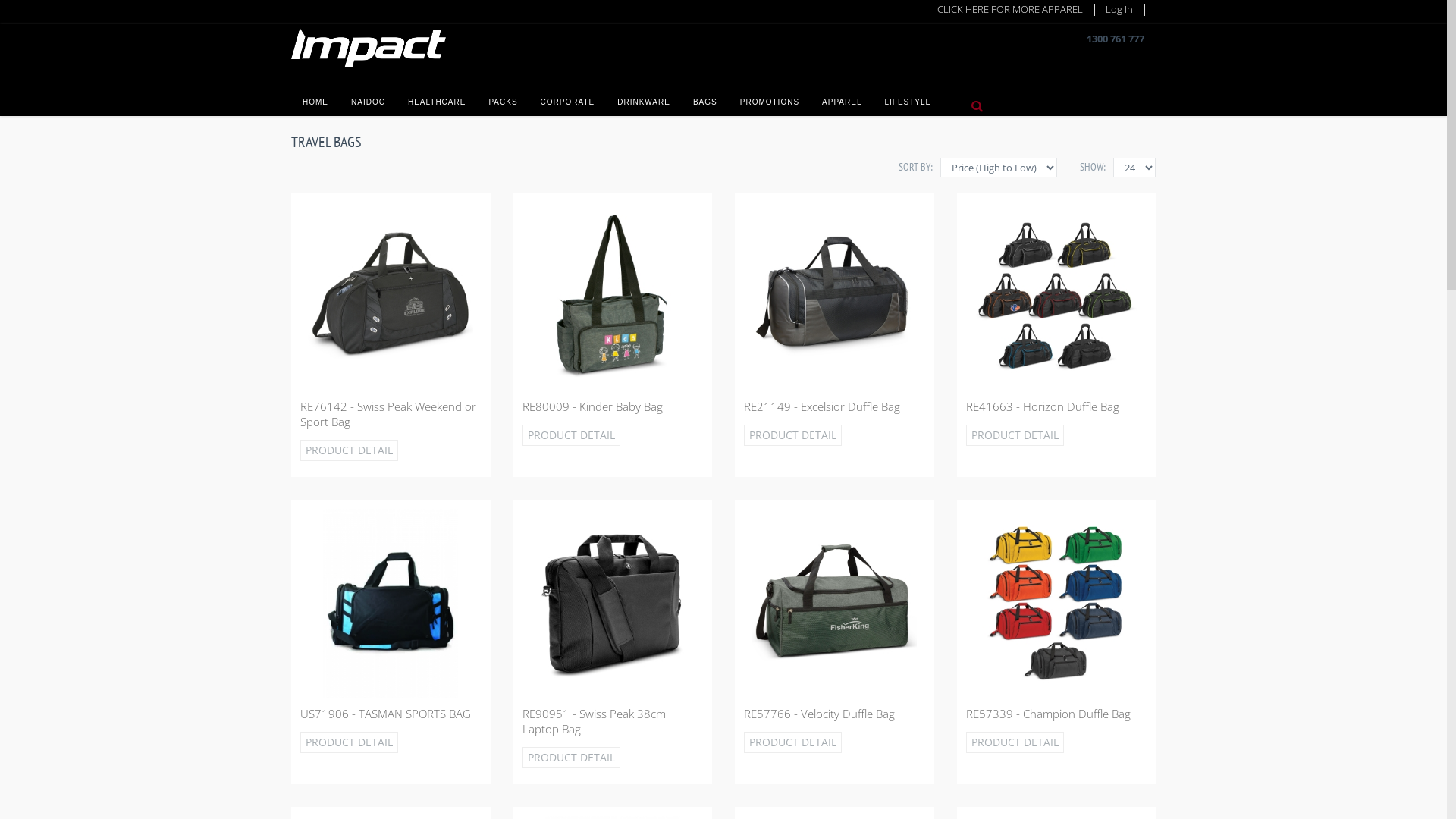 The width and height of the screenshot is (1456, 819). What do you see at coordinates (728, 93) in the screenshot?
I see `'PROMOTIONS'` at bounding box center [728, 93].